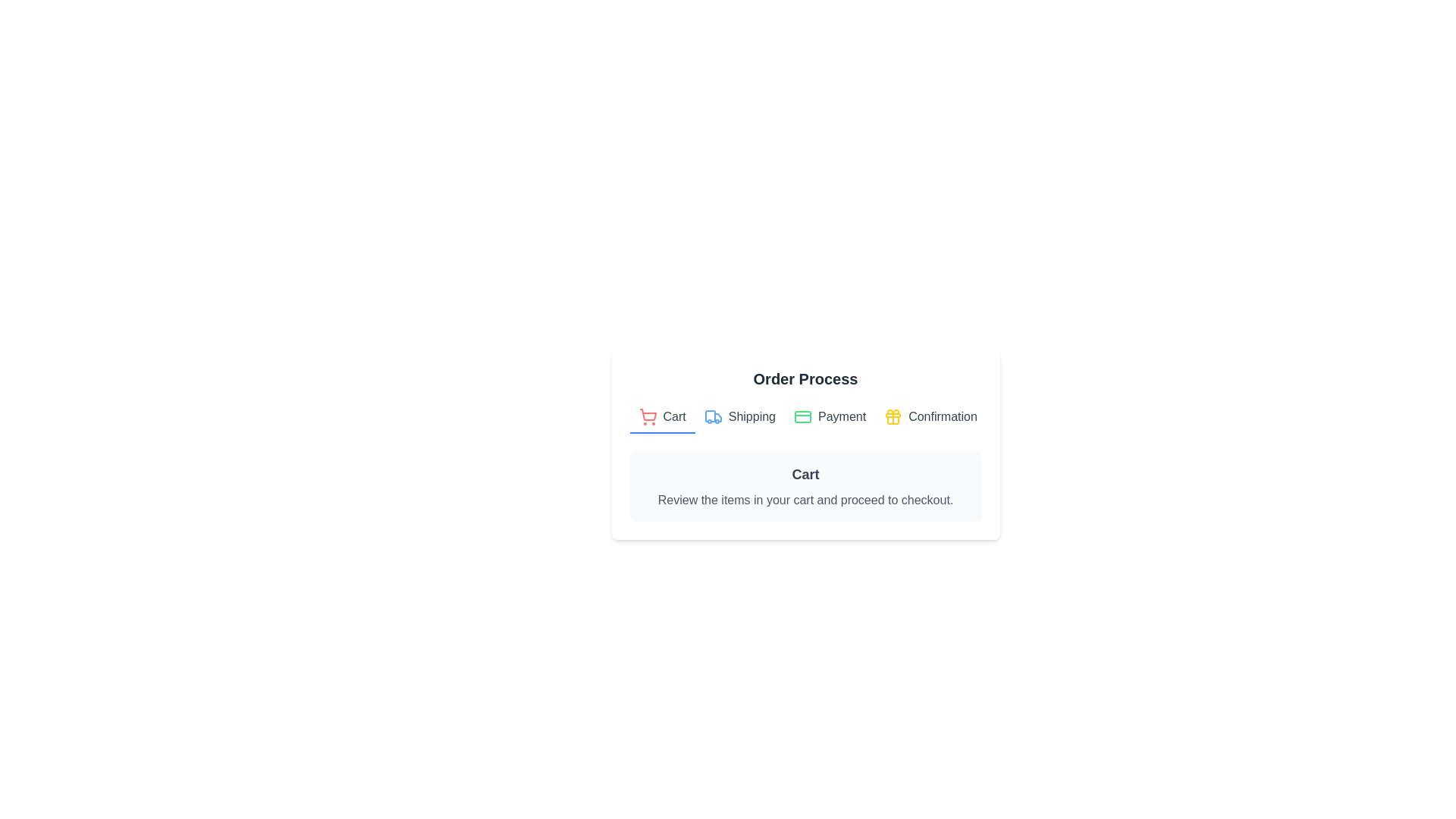 Image resolution: width=1456 pixels, height=819 pixels. Describe the element at coordinates (662, 418) in the screenshot. I see `the Cart tab to navigate to the corresponding step` at that location.